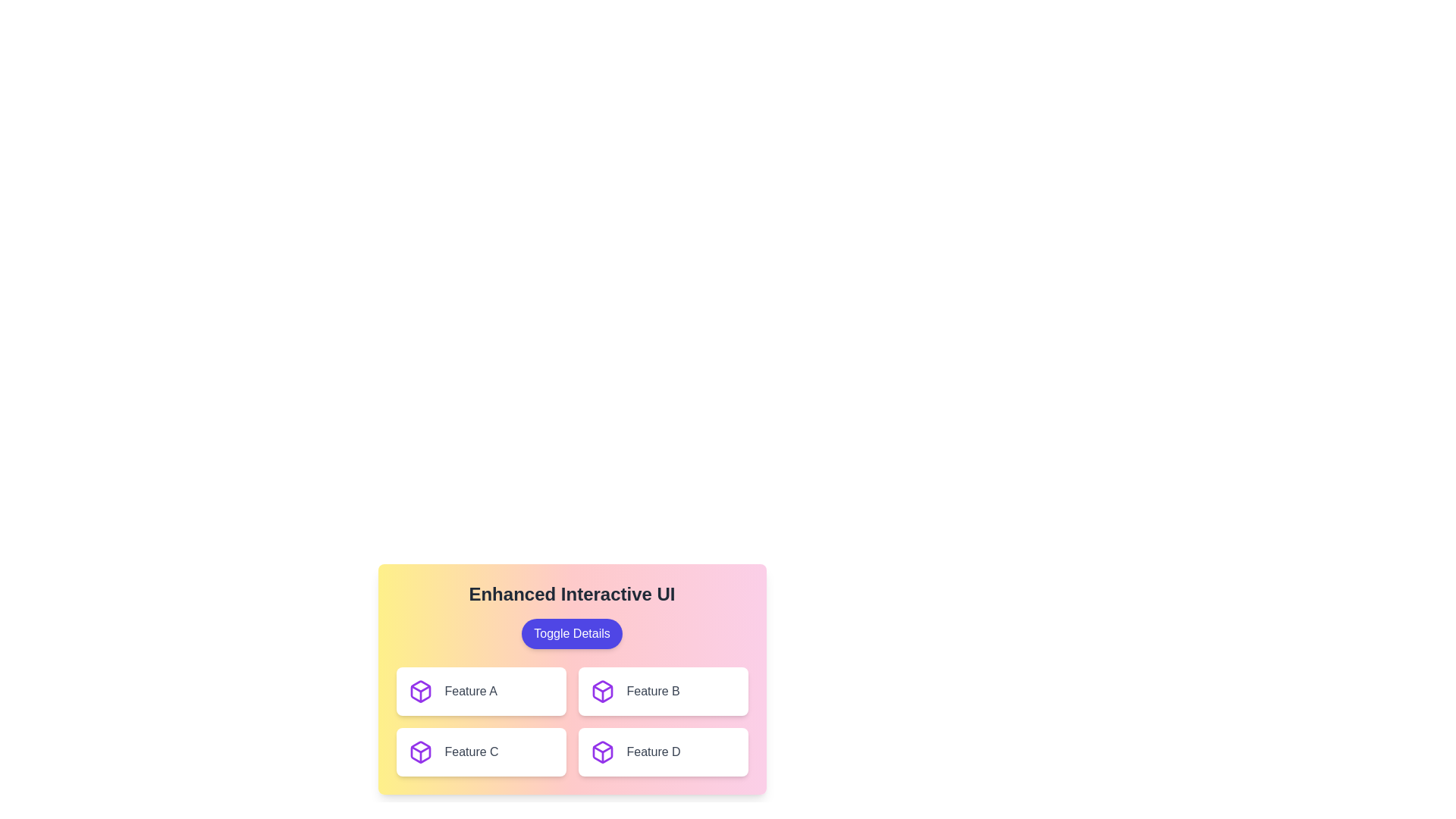 This screenshot has width=1456, height=819. Describe the element at coordinates (471, 752) in the screenshot. I see `the text label displaying 'Feature C', which is styled in gray color and positioned in the third row of a four-item grid` at that location.